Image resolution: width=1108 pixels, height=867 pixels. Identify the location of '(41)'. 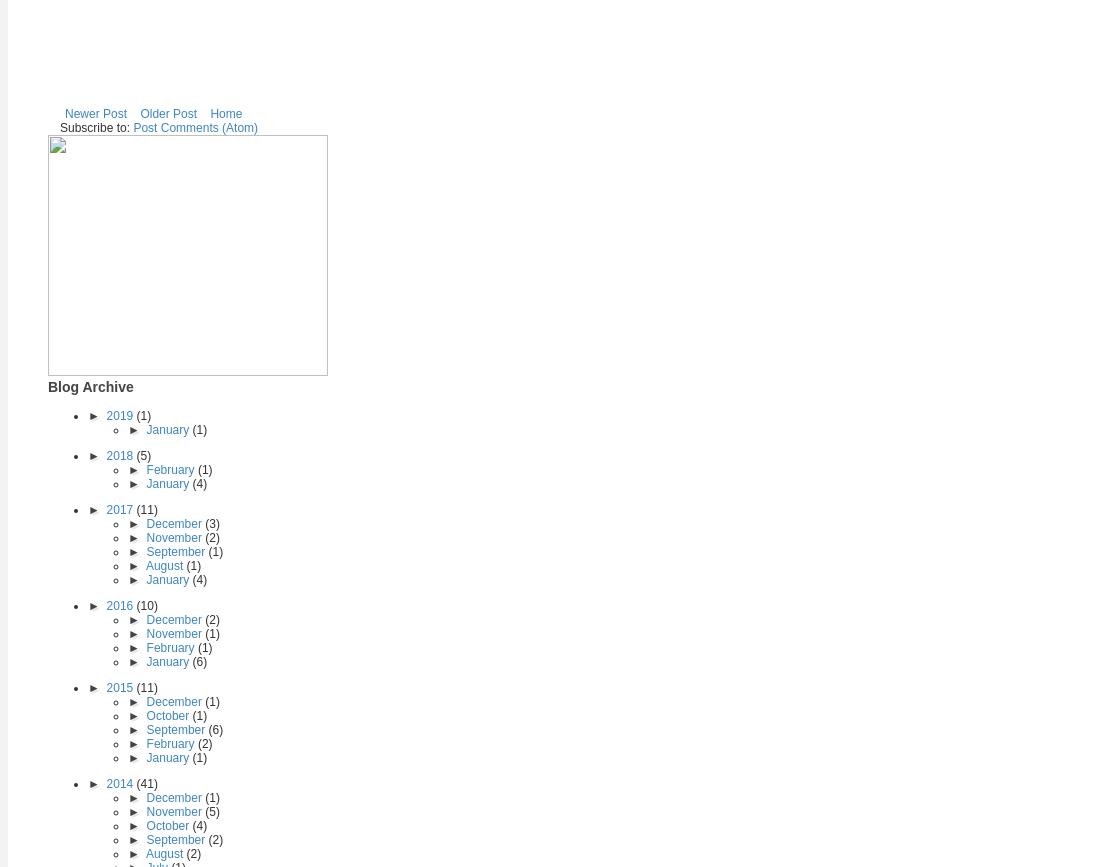
(135, 781).